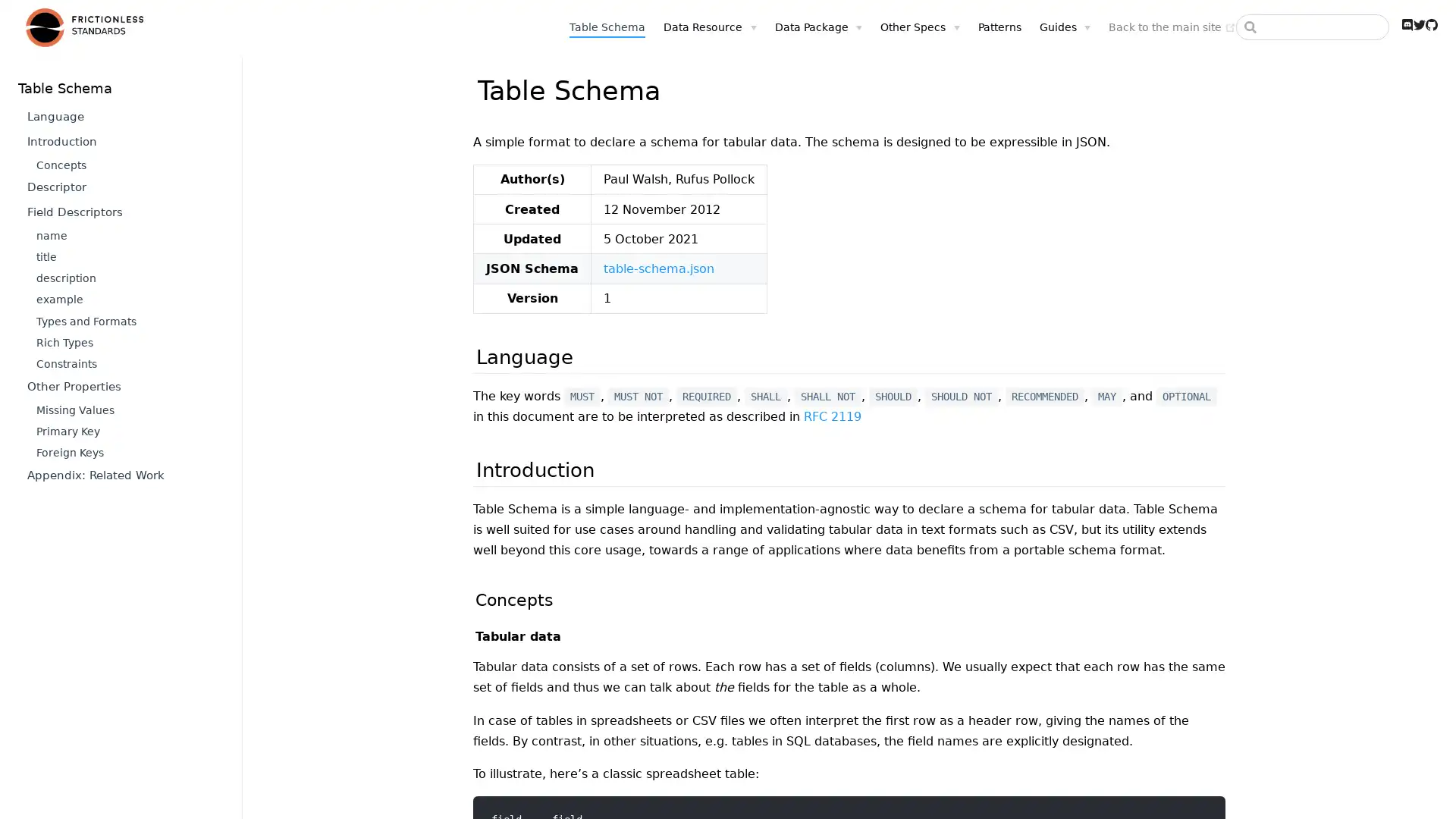  Describe the element at coordinates (919, 27) in the screenshot. I see `Other Specs` at that location.